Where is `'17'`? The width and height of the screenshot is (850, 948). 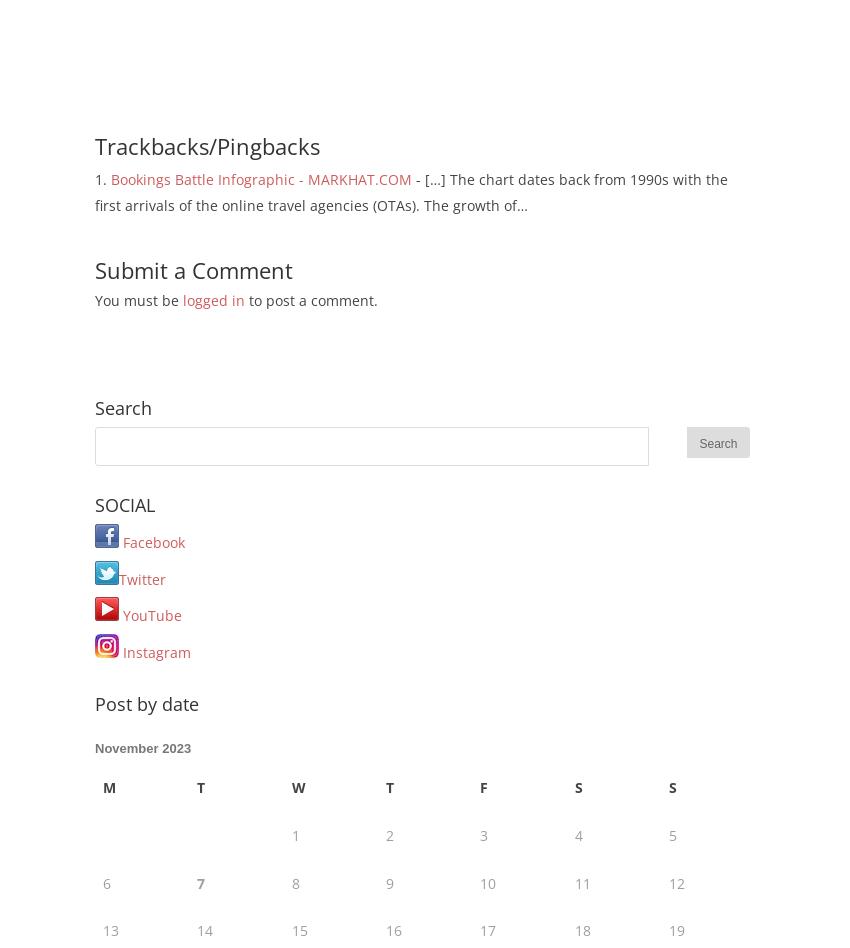 '17' is located at coordinates (487, 929).